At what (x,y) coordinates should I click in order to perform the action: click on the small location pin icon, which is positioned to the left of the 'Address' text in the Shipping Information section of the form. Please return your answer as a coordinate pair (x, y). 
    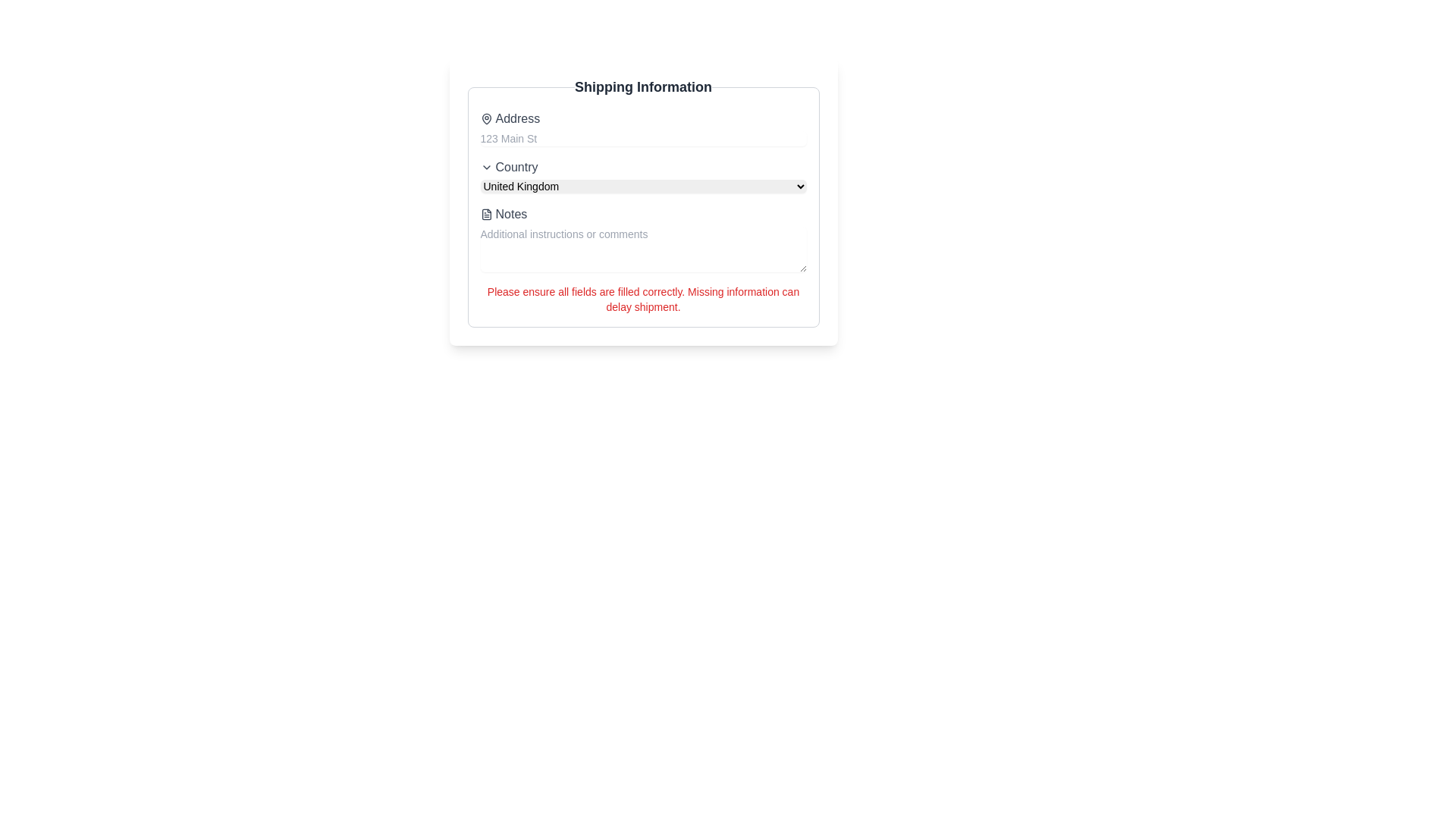
    Looking at the image, I should click on (486, 118).